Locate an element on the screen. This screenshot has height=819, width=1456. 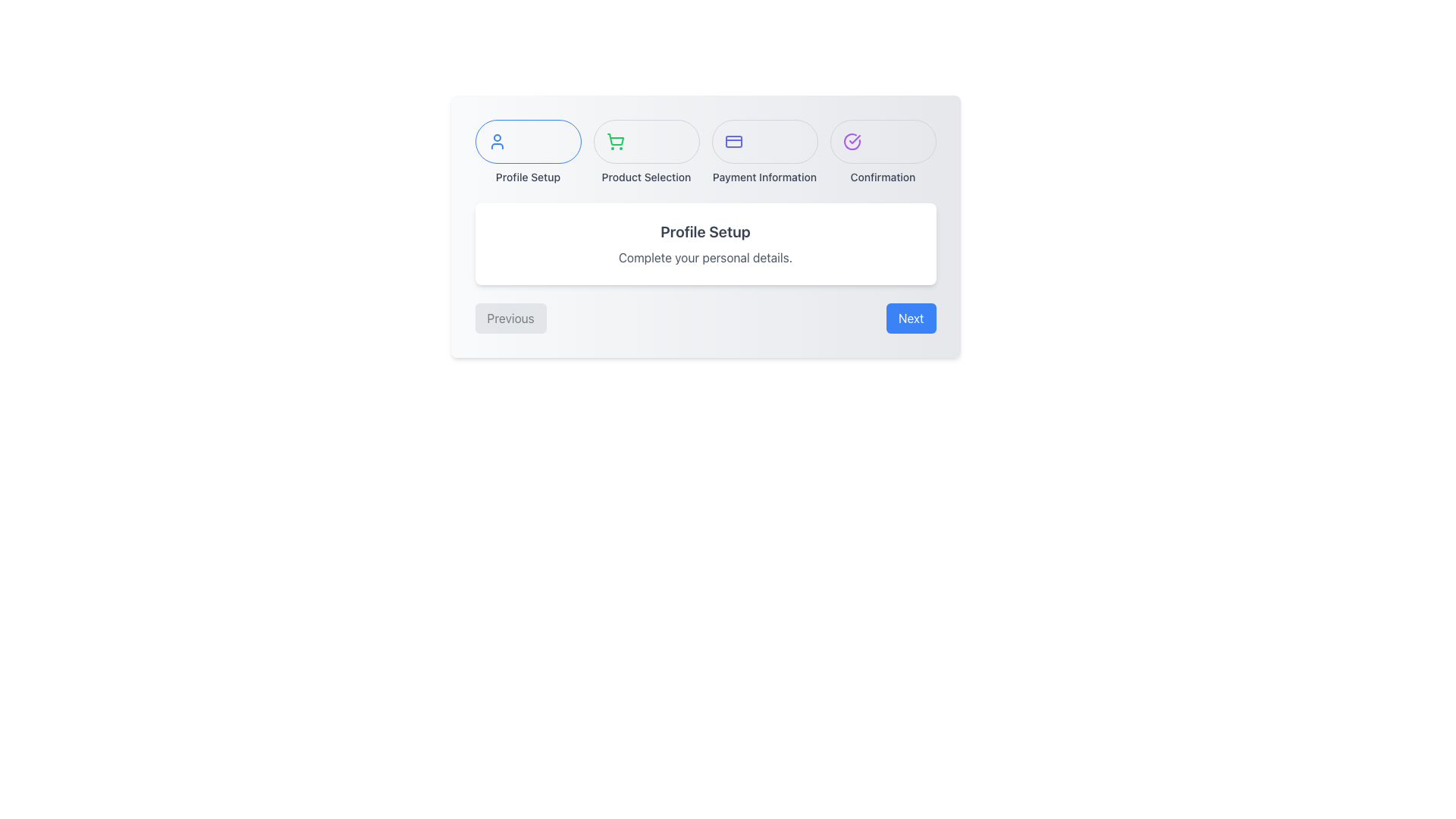
the user profile icon button is located at coordinates (528, 141).